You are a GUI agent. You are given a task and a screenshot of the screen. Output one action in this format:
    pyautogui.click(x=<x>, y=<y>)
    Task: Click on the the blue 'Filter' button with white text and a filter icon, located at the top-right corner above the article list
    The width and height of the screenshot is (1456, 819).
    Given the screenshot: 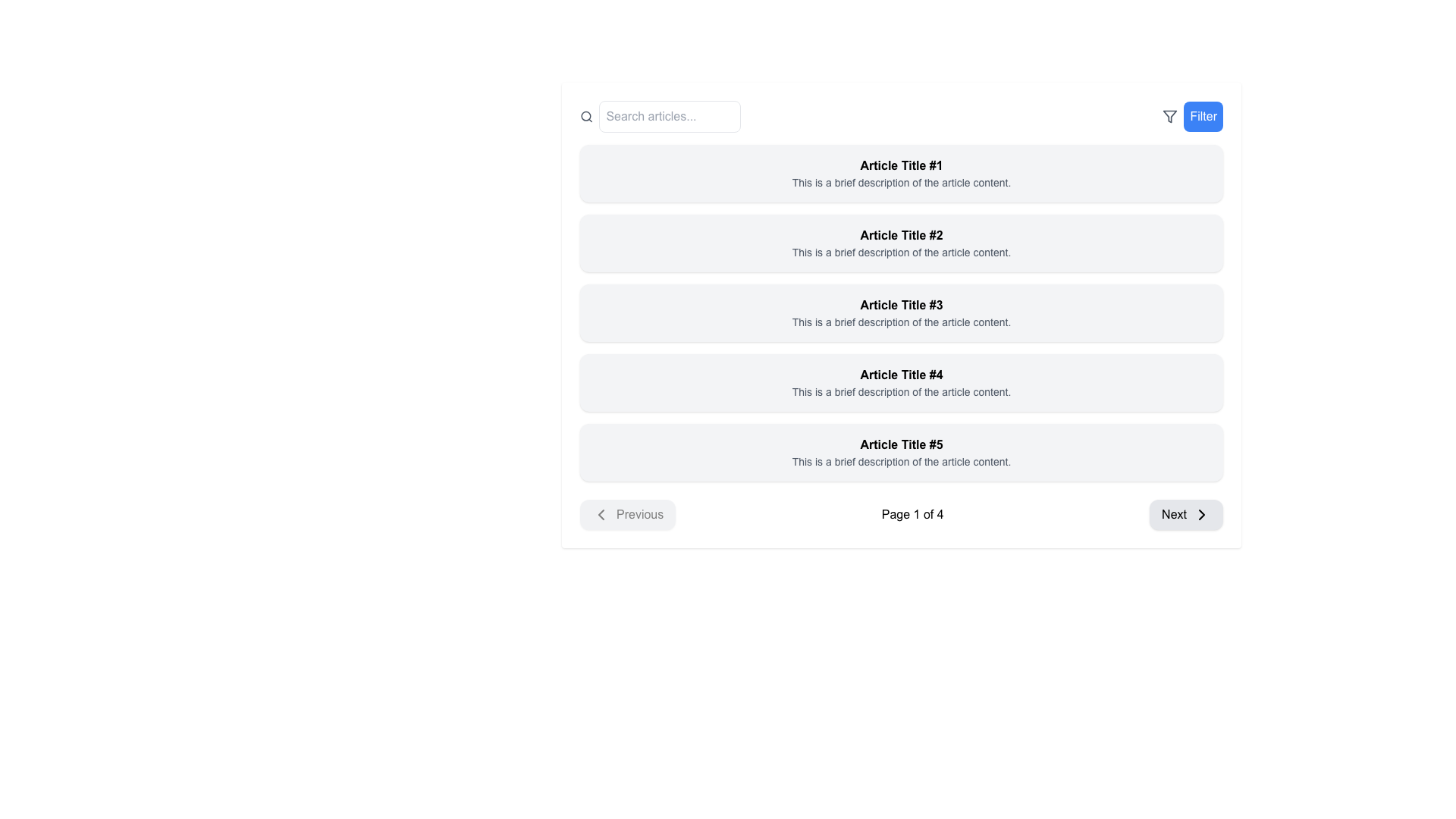 What is the action you would take?
    pyautogui.click(x=1192, y=116)
    